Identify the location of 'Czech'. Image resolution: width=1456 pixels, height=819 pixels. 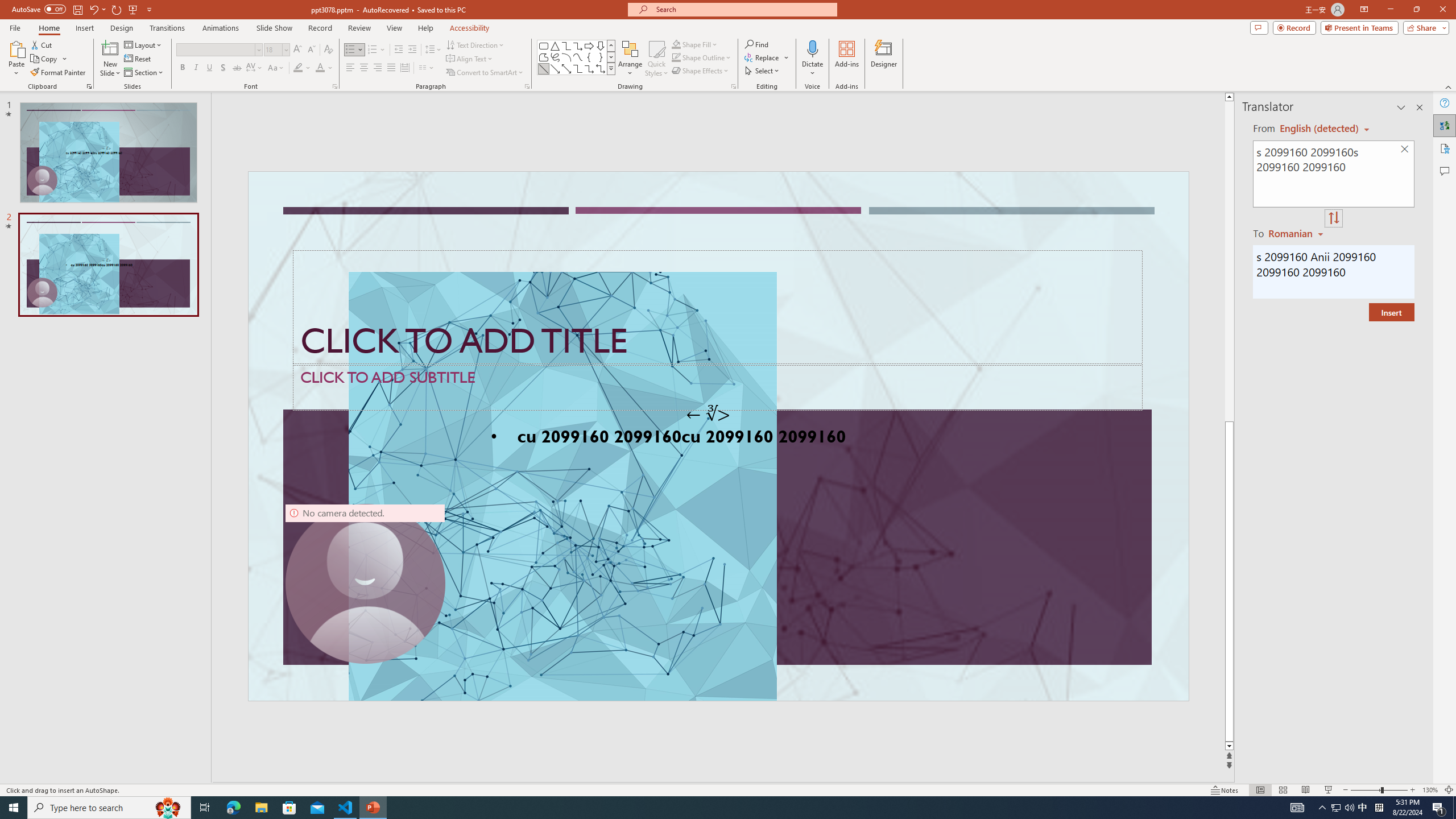
(1296, 233).